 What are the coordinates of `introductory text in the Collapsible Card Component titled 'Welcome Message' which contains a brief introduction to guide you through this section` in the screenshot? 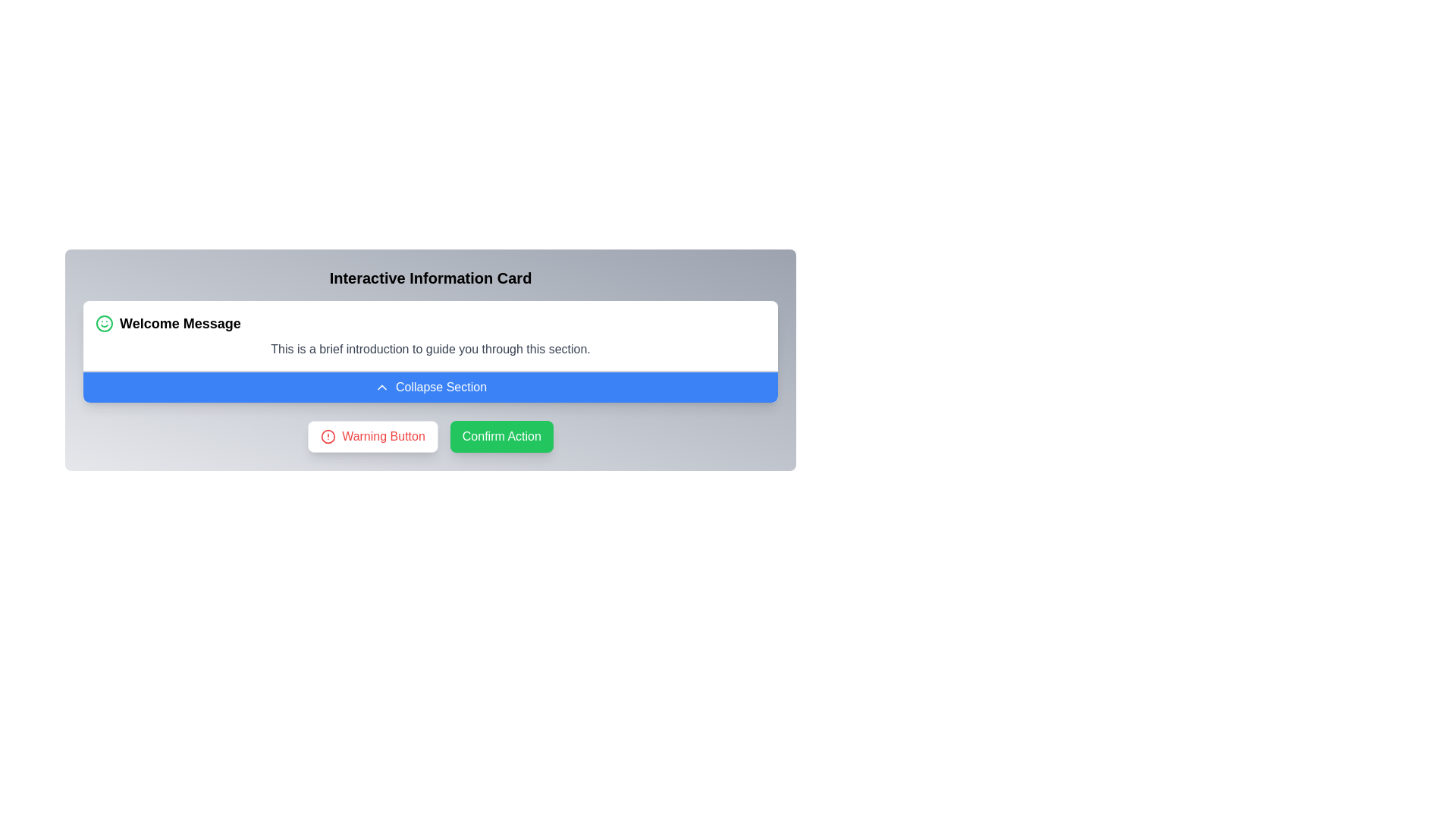 It's located at (429, 351).